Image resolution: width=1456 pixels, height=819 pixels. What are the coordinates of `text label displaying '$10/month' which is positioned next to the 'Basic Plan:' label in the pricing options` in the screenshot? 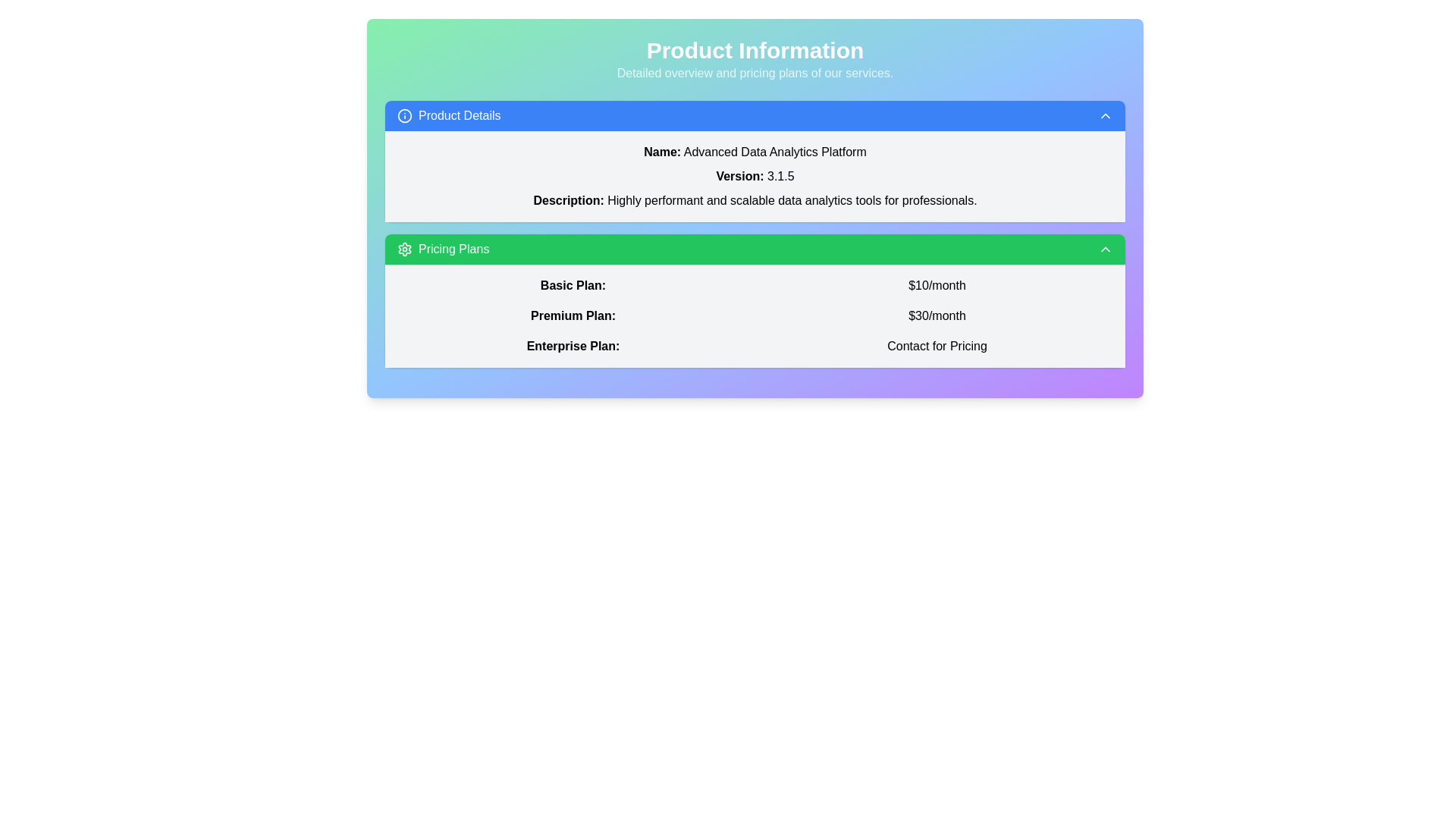 It's located at (937, 286).